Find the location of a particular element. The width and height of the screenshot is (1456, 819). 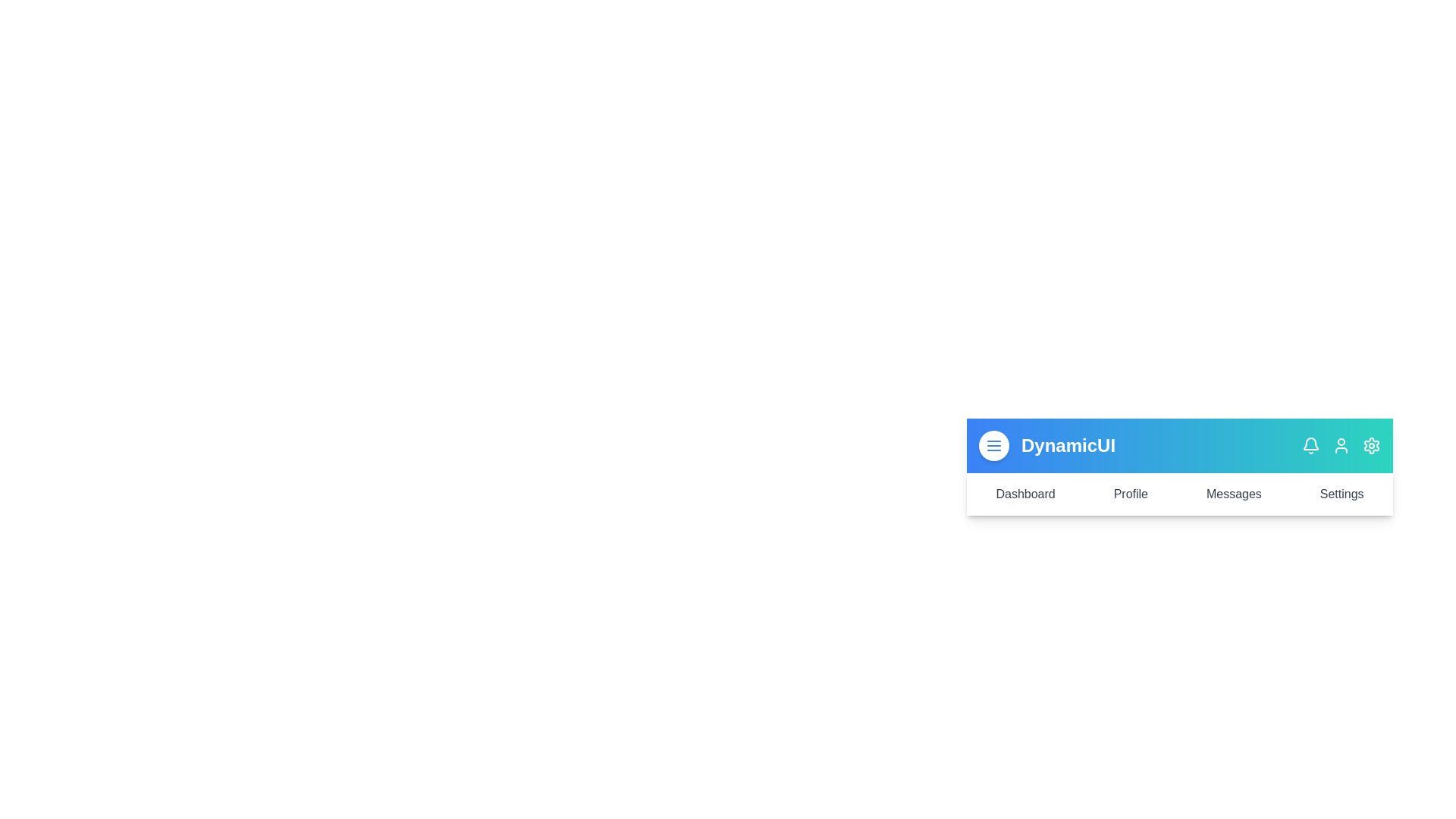

the user profile icon is located at coordinates (1341, 444).